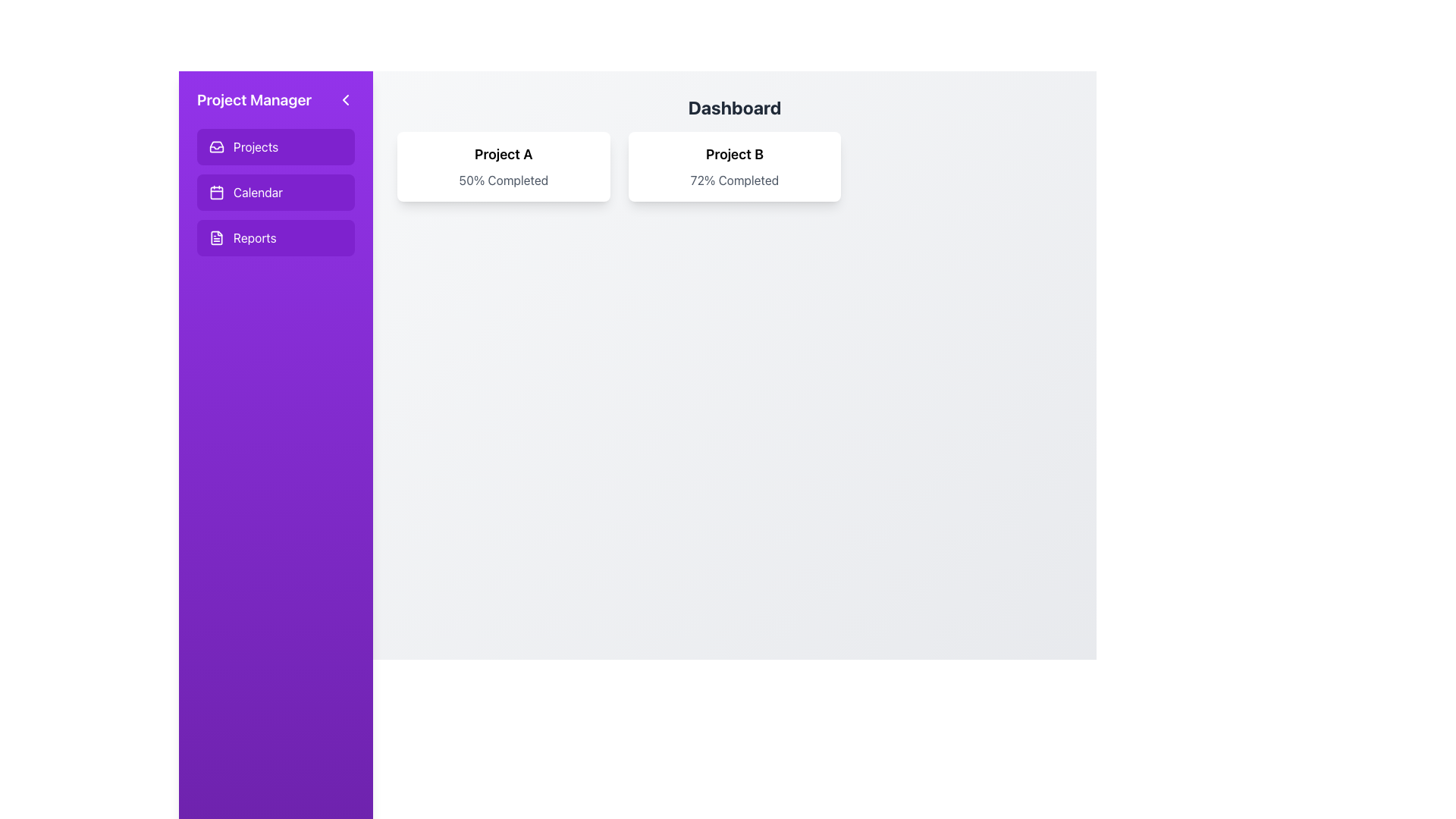  What do you see at coordinates (276, 146) in the screenshot?
I see `the 'Projects' navigation button located in the left sidebar above the 'Calendar' and 'Reports' buttons` at bounding box center [276, 146].